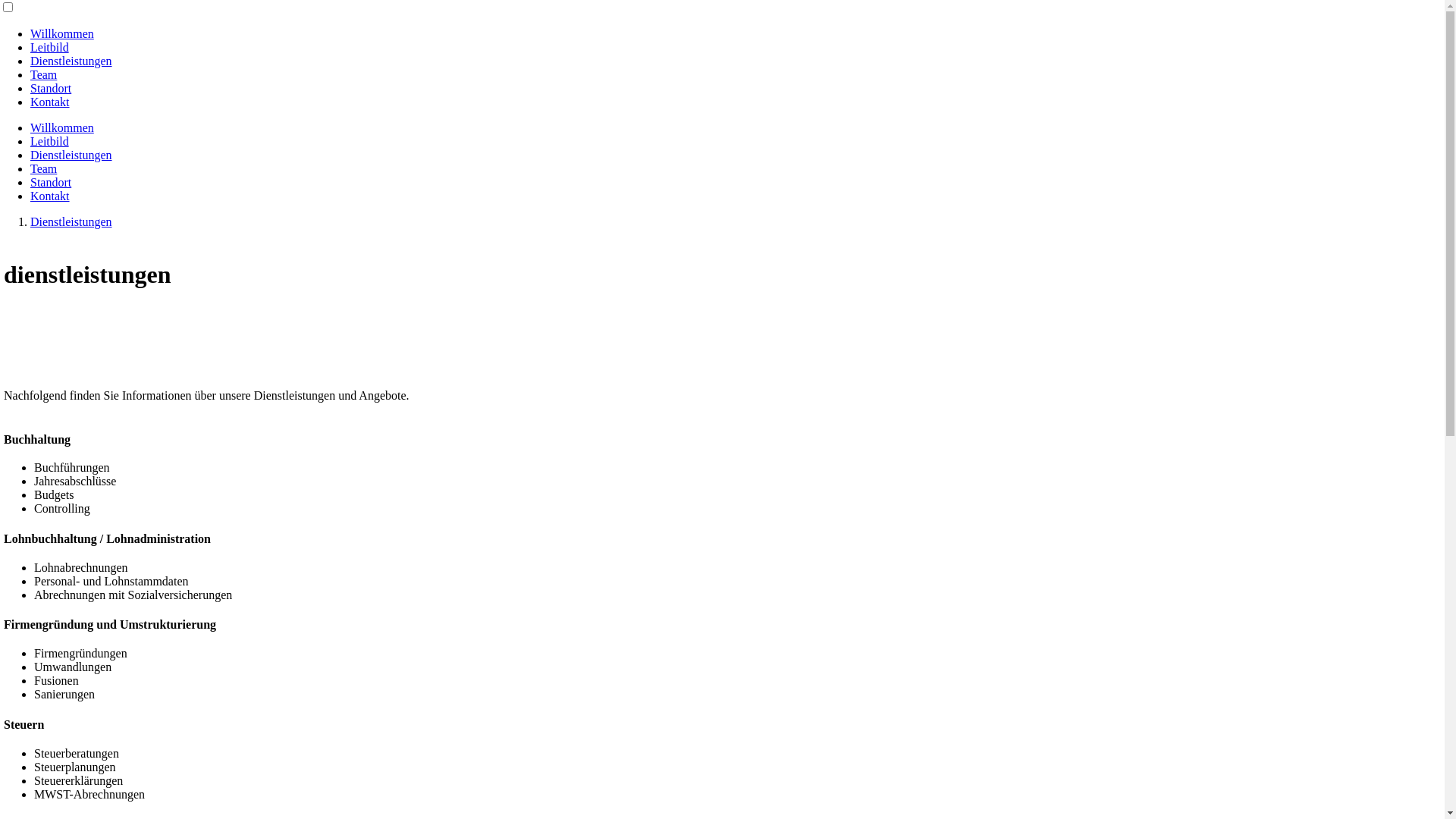  I want to click on 'Willkommen', so click(61, 33).